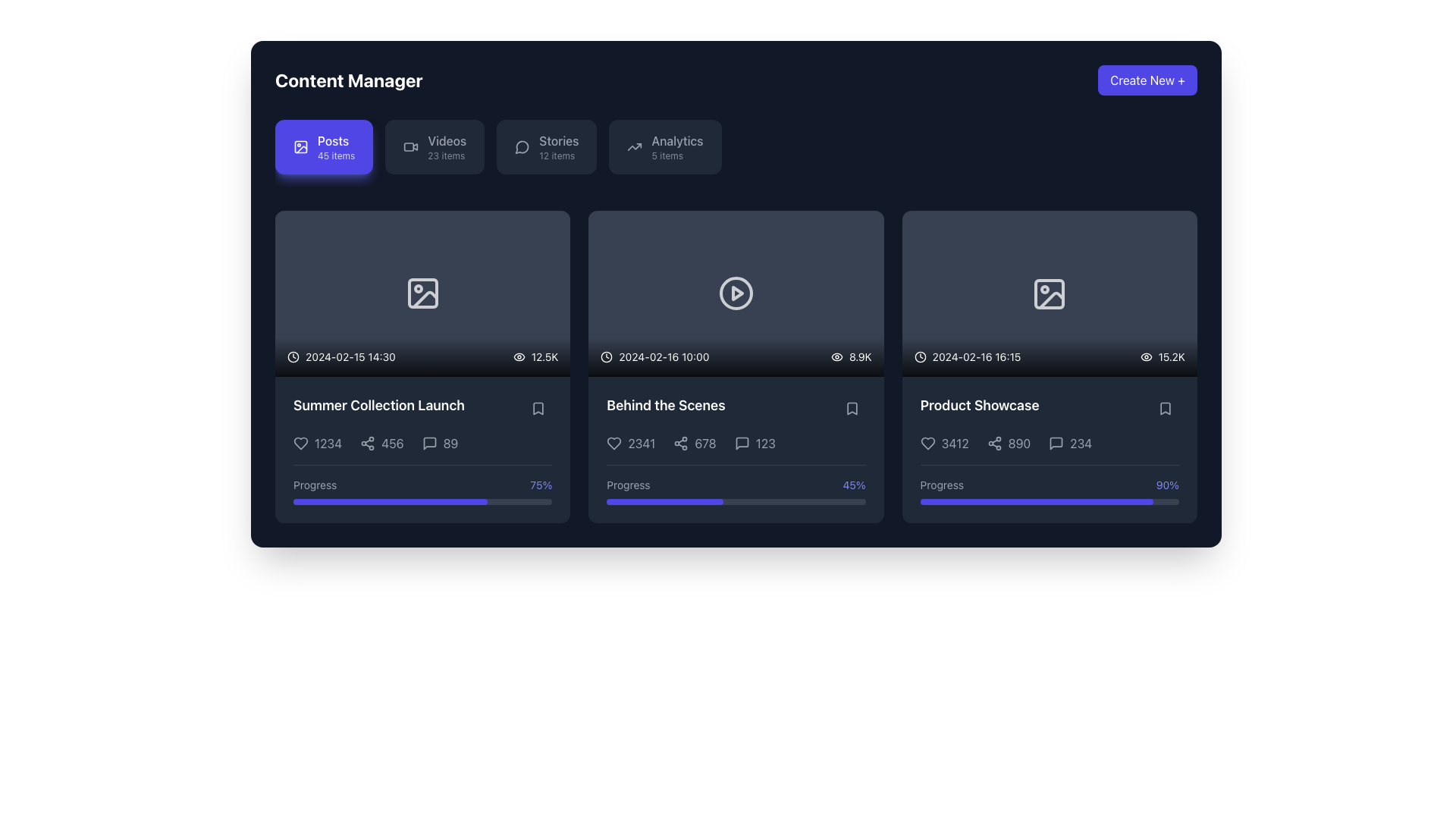 The height and width of the screenshot is (819, 1456). Describe the element at coordinates (919, 356) in the screenshot. I see `the clock icon located to the left of the timestamp '2024-02-16 16:15' within the 'Product Showcase' card in the rightmost column of the grid` at that location.